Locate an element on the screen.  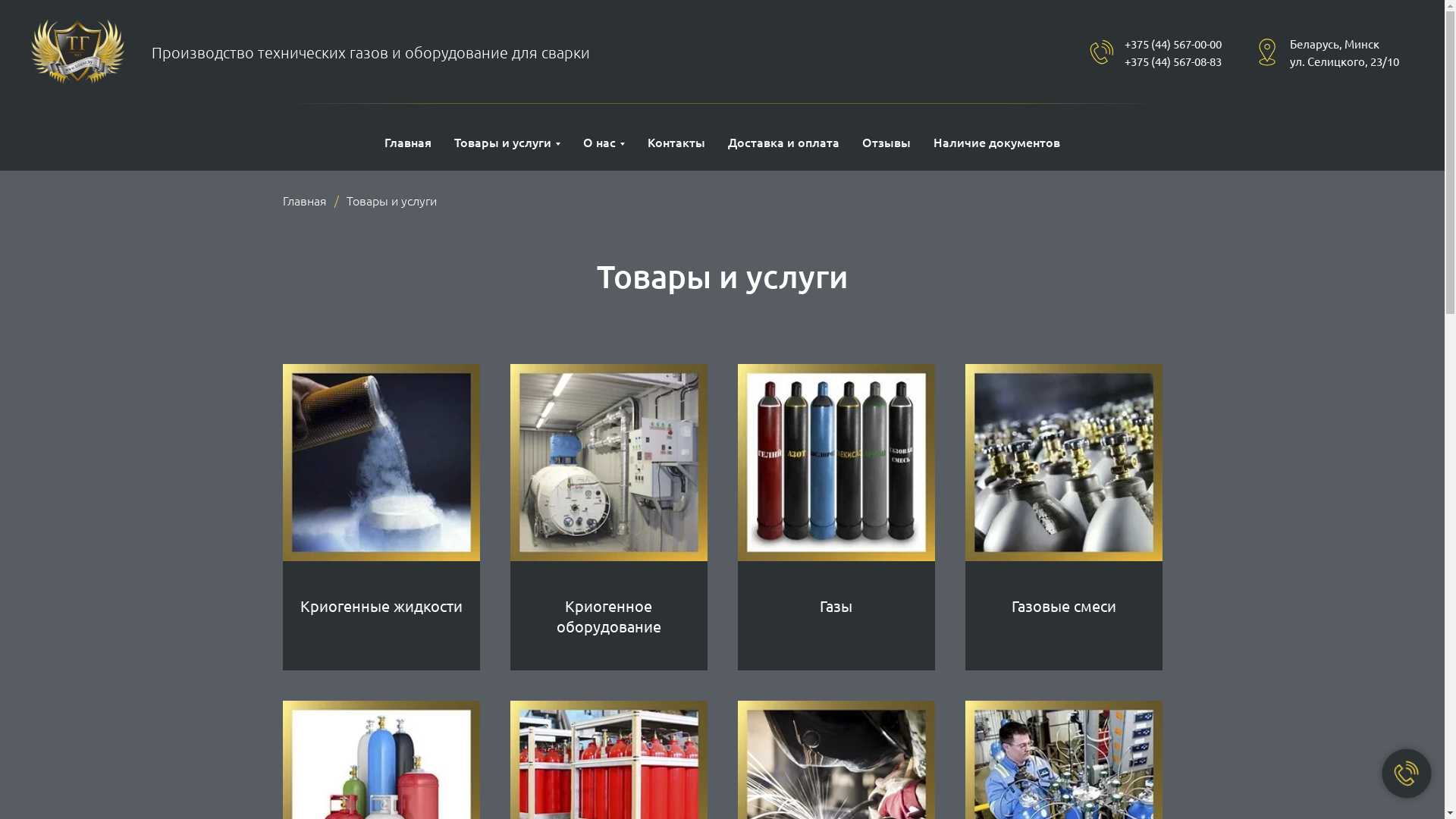
'+375 (44) 567-00-00' is located at coordinates (1172, 42).